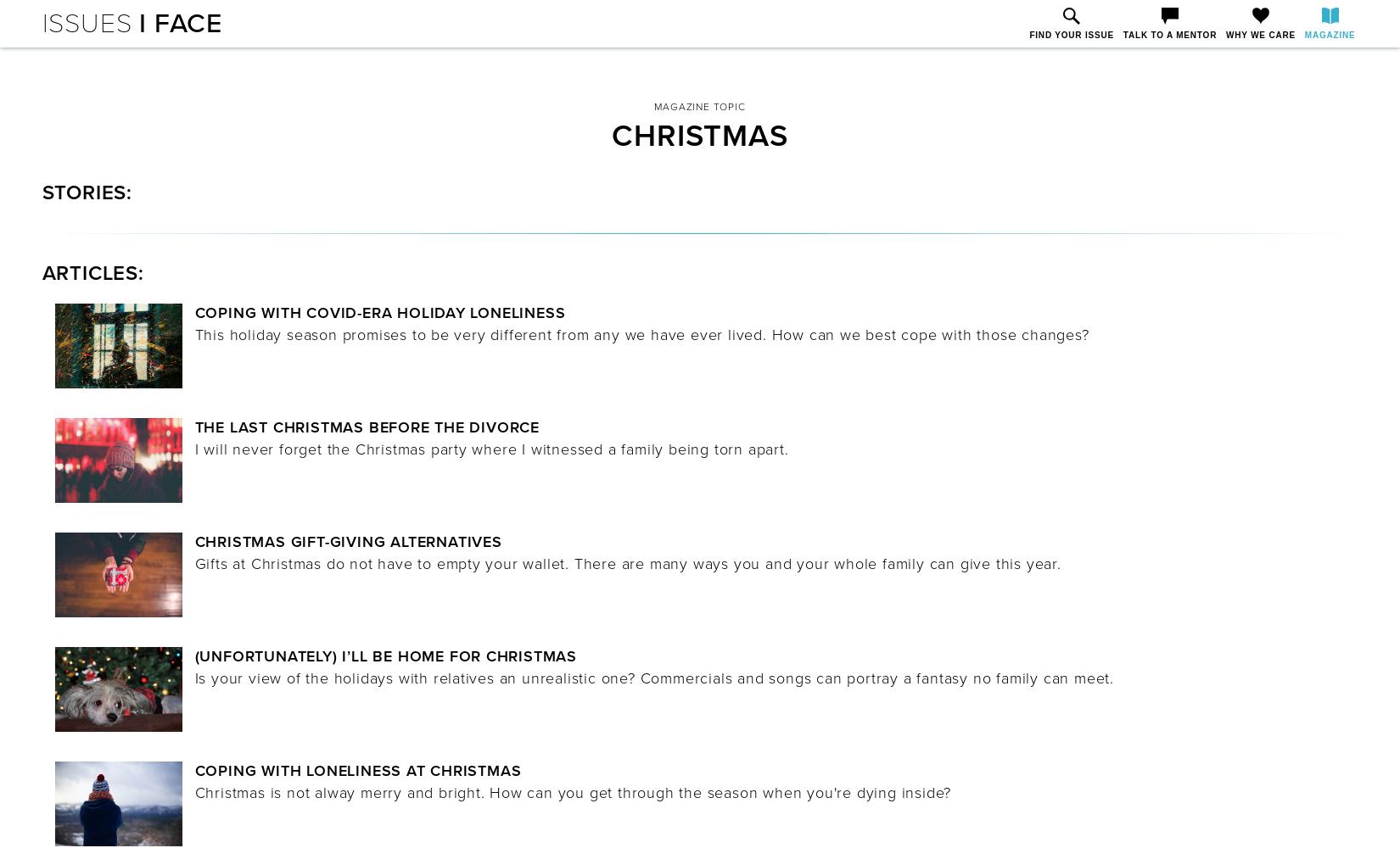  I want to click on 'This holiday season promises to be very different from any we have ever lived. How can we best cope with those changes?', so click(641, 335).